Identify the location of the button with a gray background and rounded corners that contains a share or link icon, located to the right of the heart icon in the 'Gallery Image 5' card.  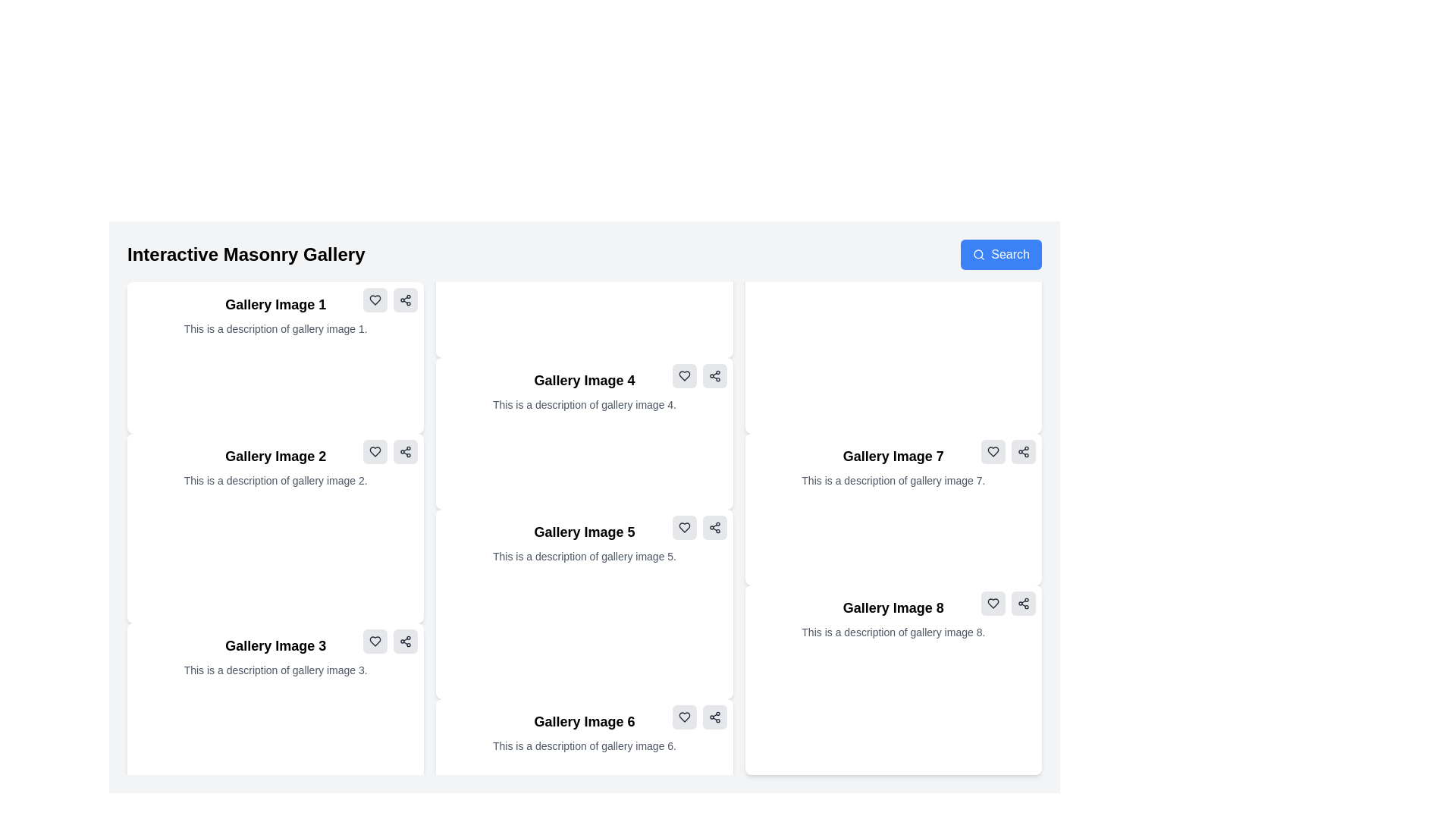
(714, 526).